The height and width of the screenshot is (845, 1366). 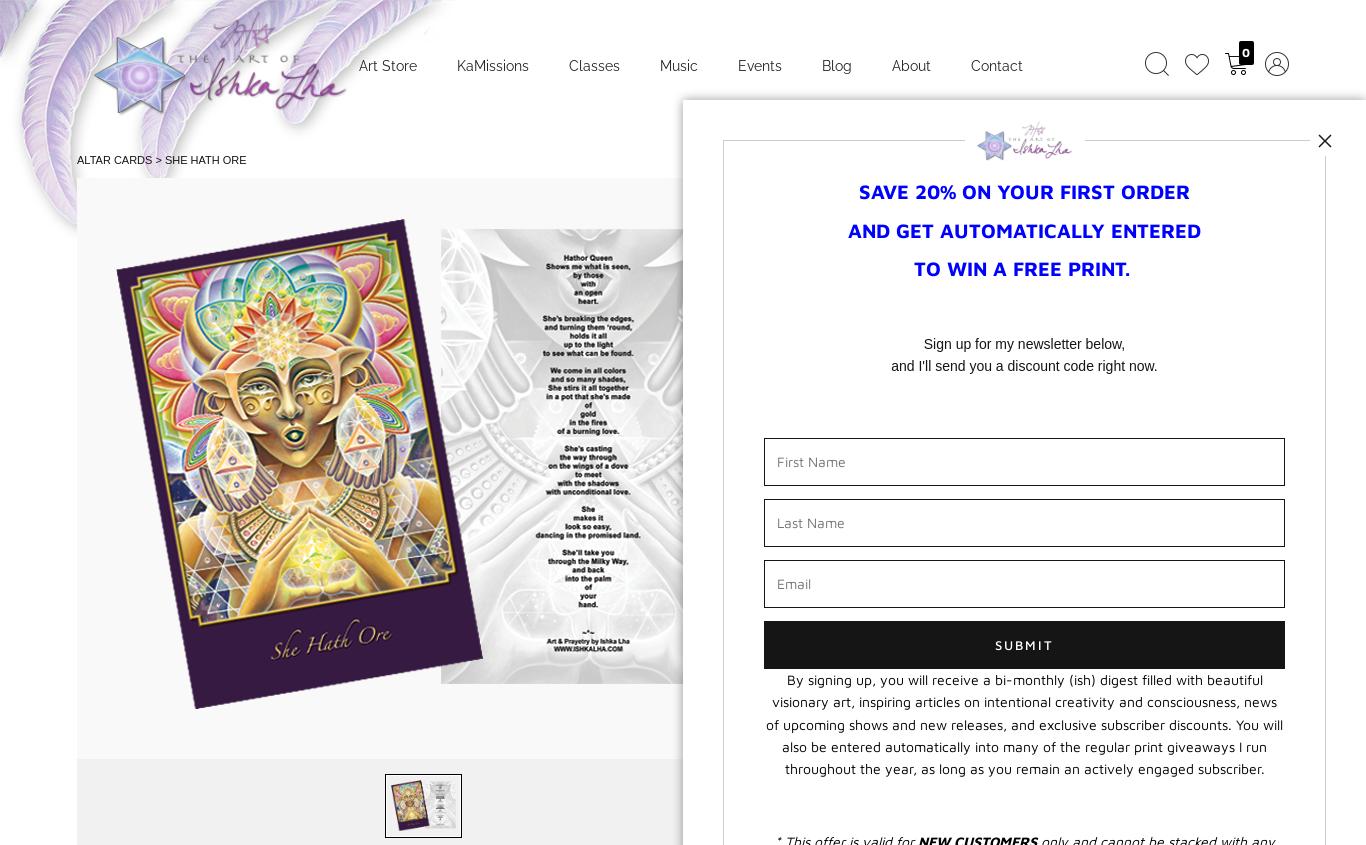 What do you see at coordinates (1178, 105) in the screenshot?
I see `'Next Image'` at bounding box center [1178, 105].